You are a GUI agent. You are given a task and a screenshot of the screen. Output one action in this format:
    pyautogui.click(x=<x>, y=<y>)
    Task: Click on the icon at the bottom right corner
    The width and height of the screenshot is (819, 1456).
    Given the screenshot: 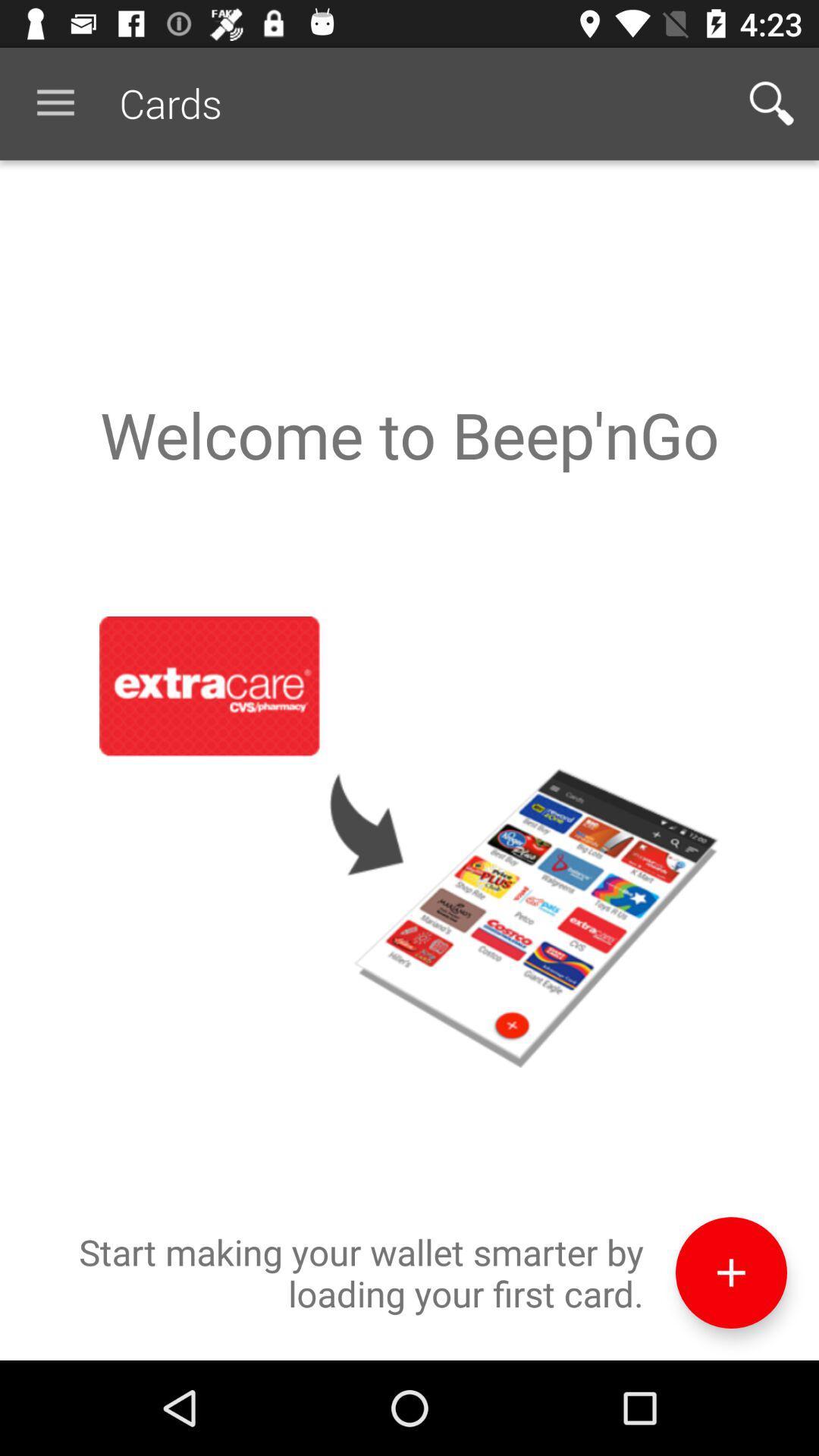 What is the action you would take?
    pyautogui.click(x=730, y=1272)
    